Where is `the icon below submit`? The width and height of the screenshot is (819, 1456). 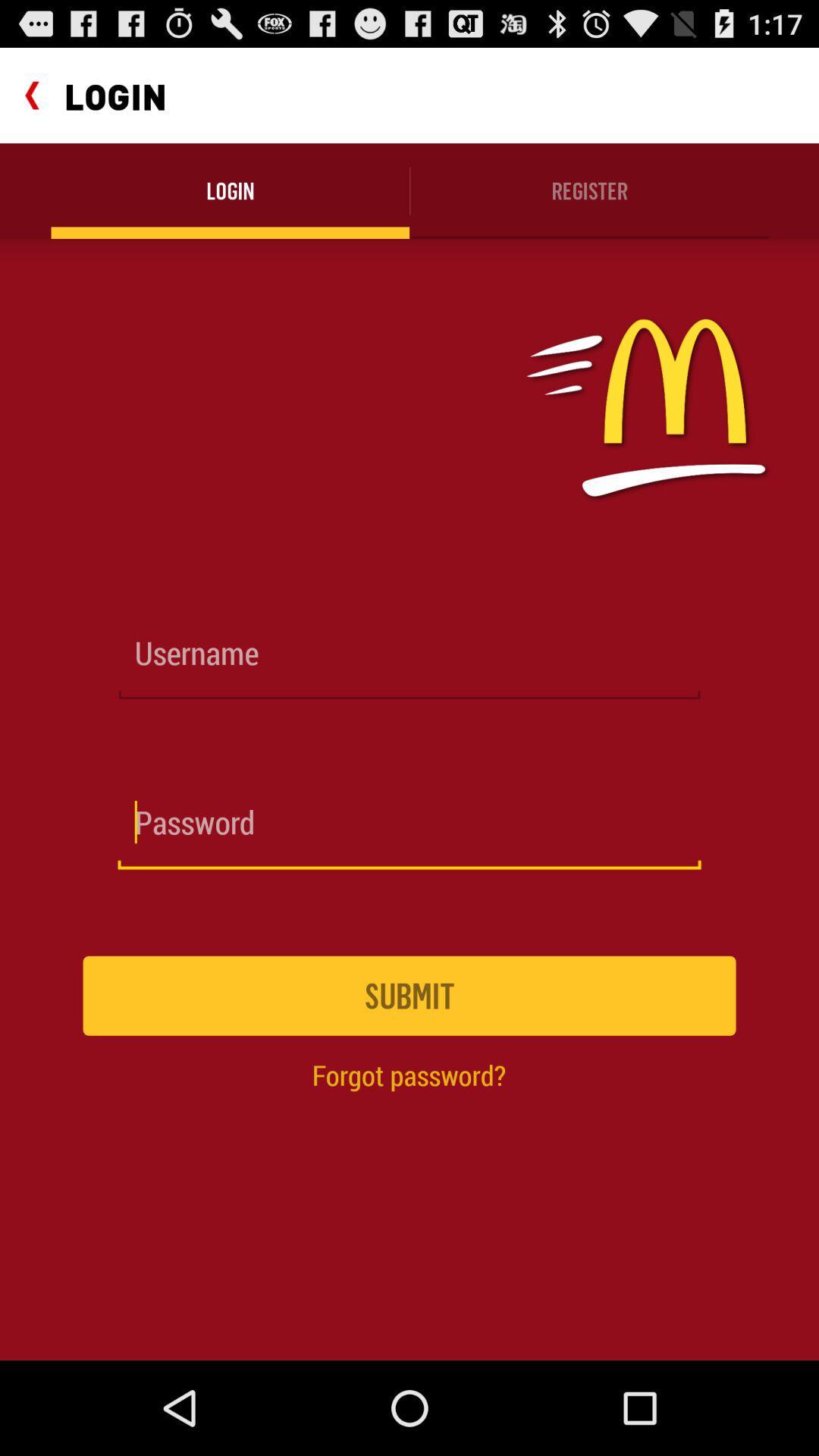 the icon below submit is located at coordinates (408, 1074).